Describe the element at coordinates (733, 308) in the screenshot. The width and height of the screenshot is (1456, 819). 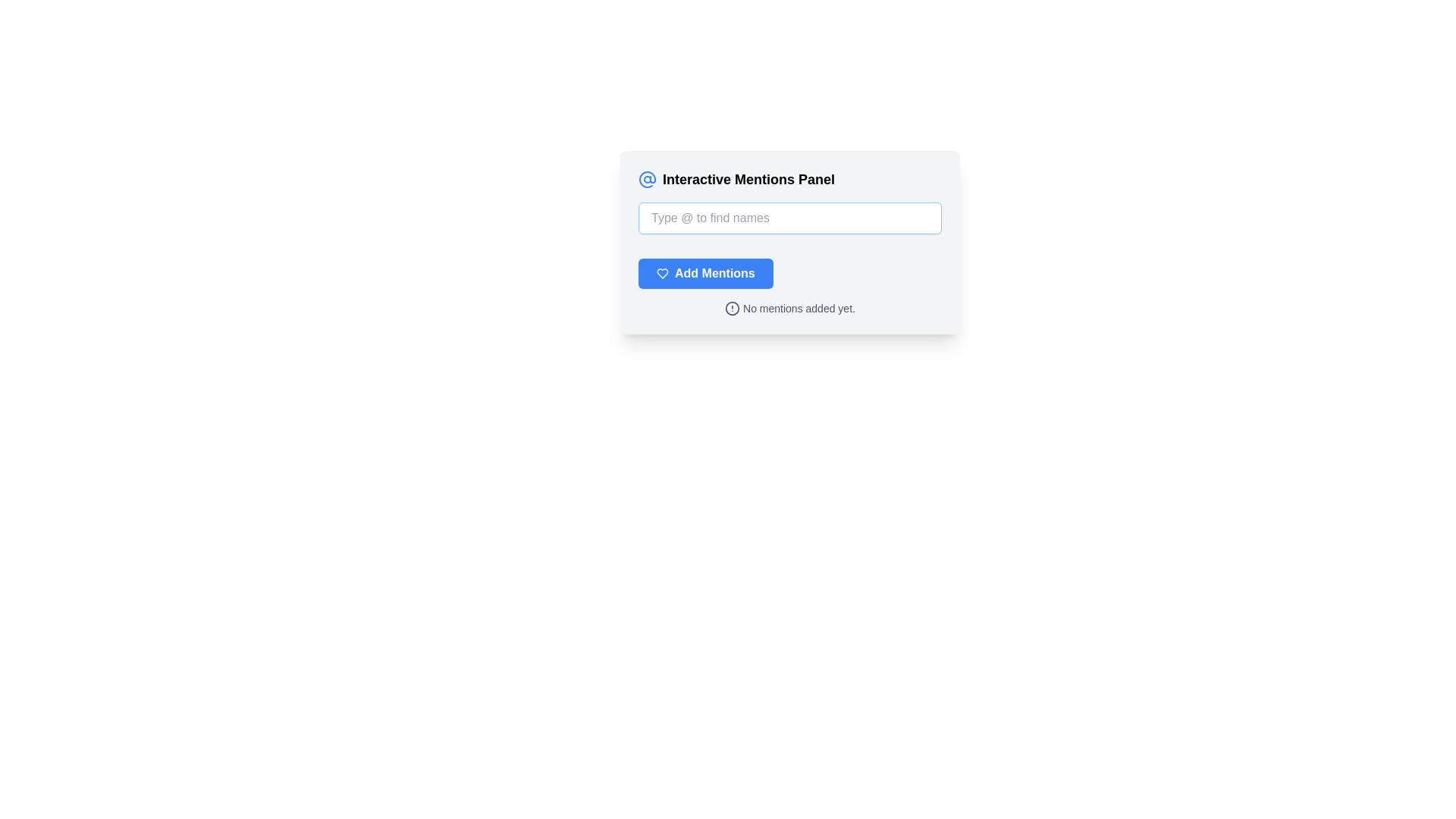
I see `the circular warning icon with an exclamation mark located to the left of the text 'No mentions added yet.' in the footer of the mentions panel` at that location.